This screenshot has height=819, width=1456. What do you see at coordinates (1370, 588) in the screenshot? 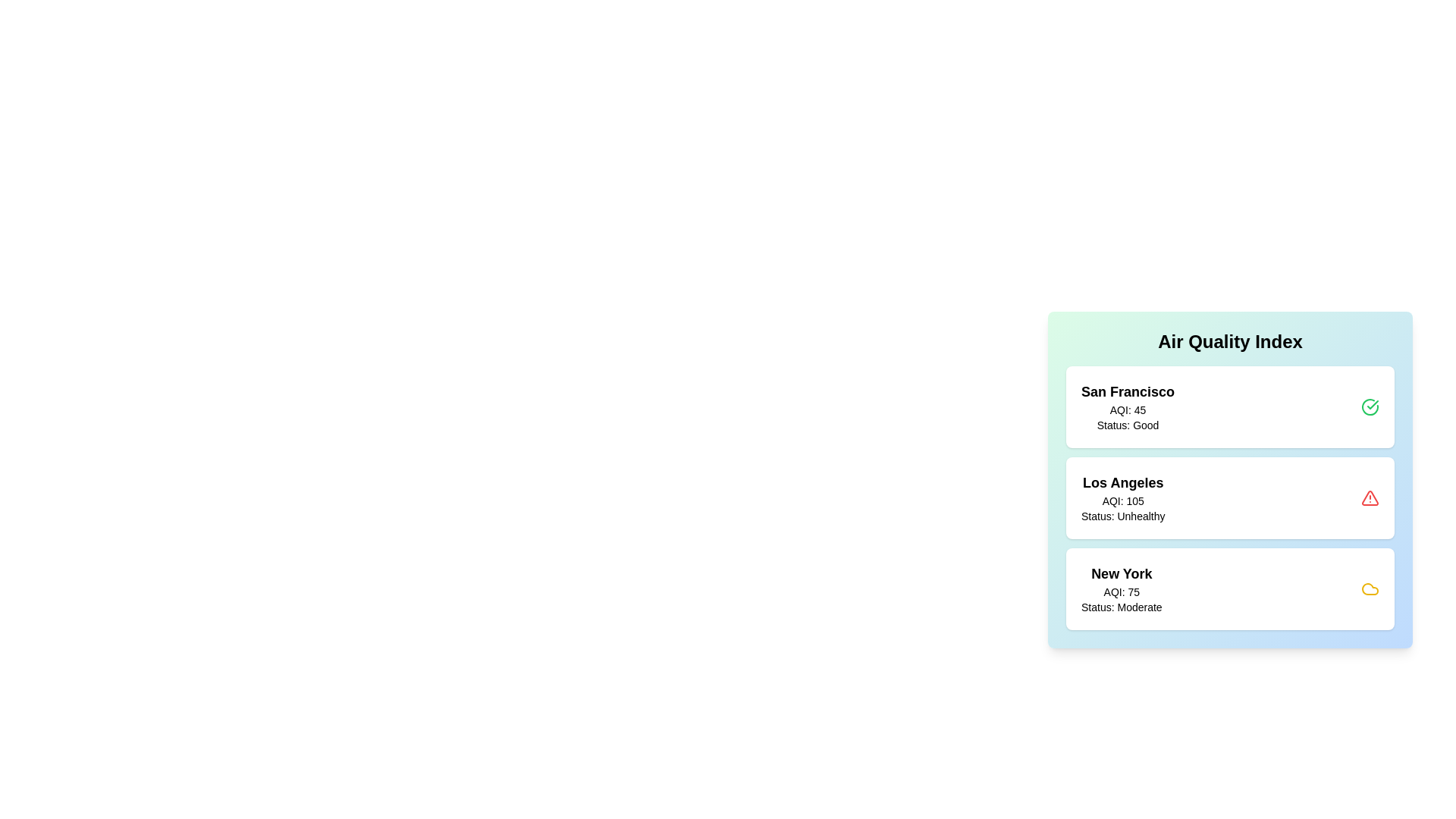
I see `the status icon corresponding to New York` at bounding box center [1370, 588].